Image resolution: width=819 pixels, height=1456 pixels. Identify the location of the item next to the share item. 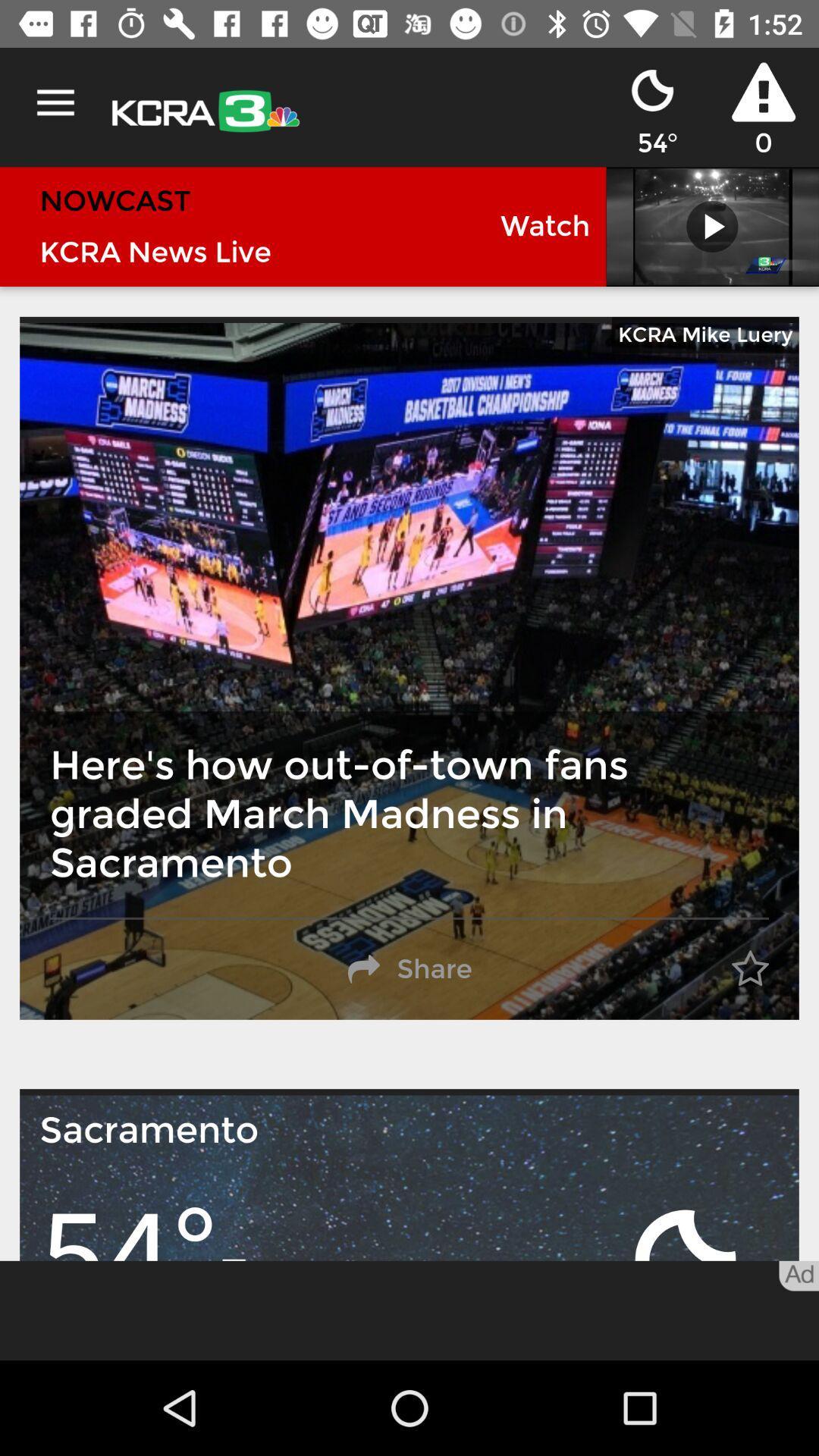
(749, 968).